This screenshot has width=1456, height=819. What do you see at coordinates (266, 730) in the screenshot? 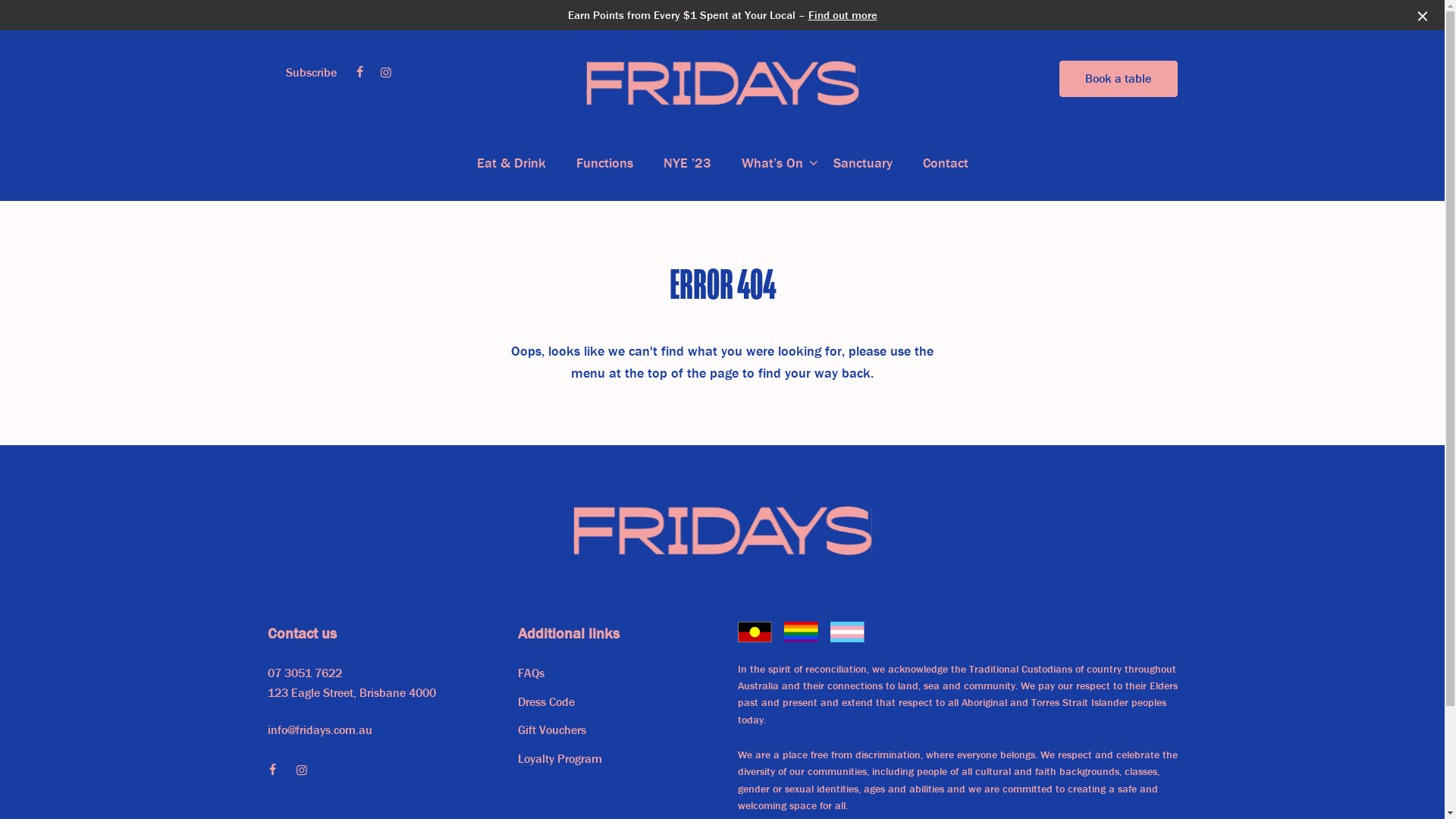
I see `'info@fridays.com.au'` at bounding box center [266, 730].